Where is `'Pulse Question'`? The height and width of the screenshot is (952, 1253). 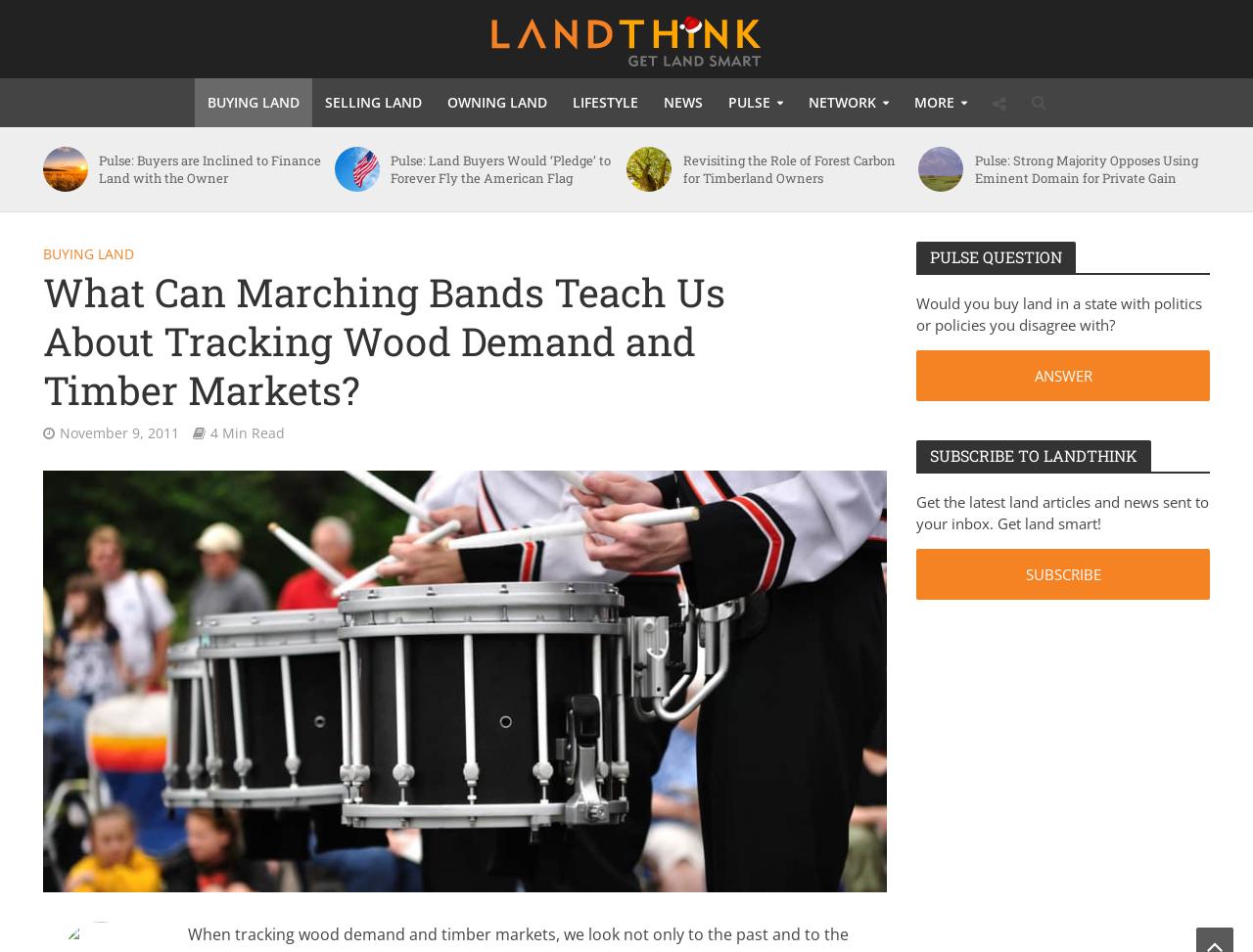
'Pulse Question' is located at coordinates (929, 255).